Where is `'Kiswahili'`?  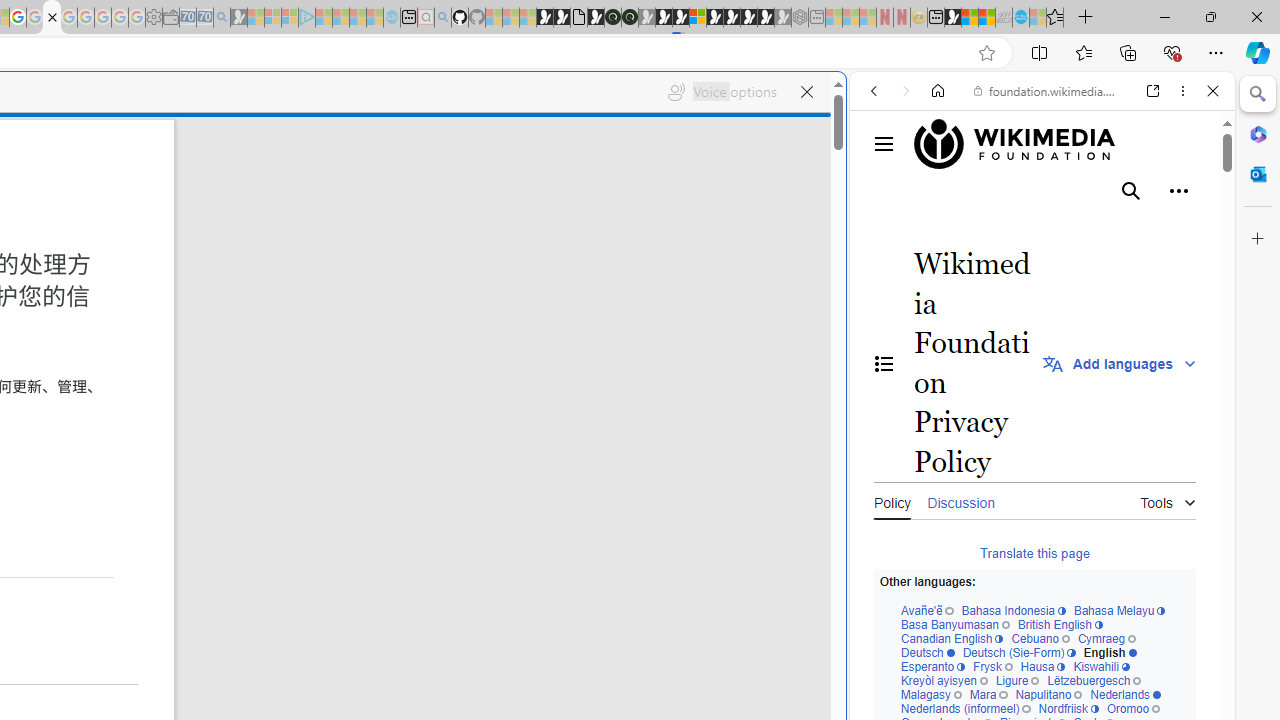
'Kiswahili' is located at coordinates (1100, 667).